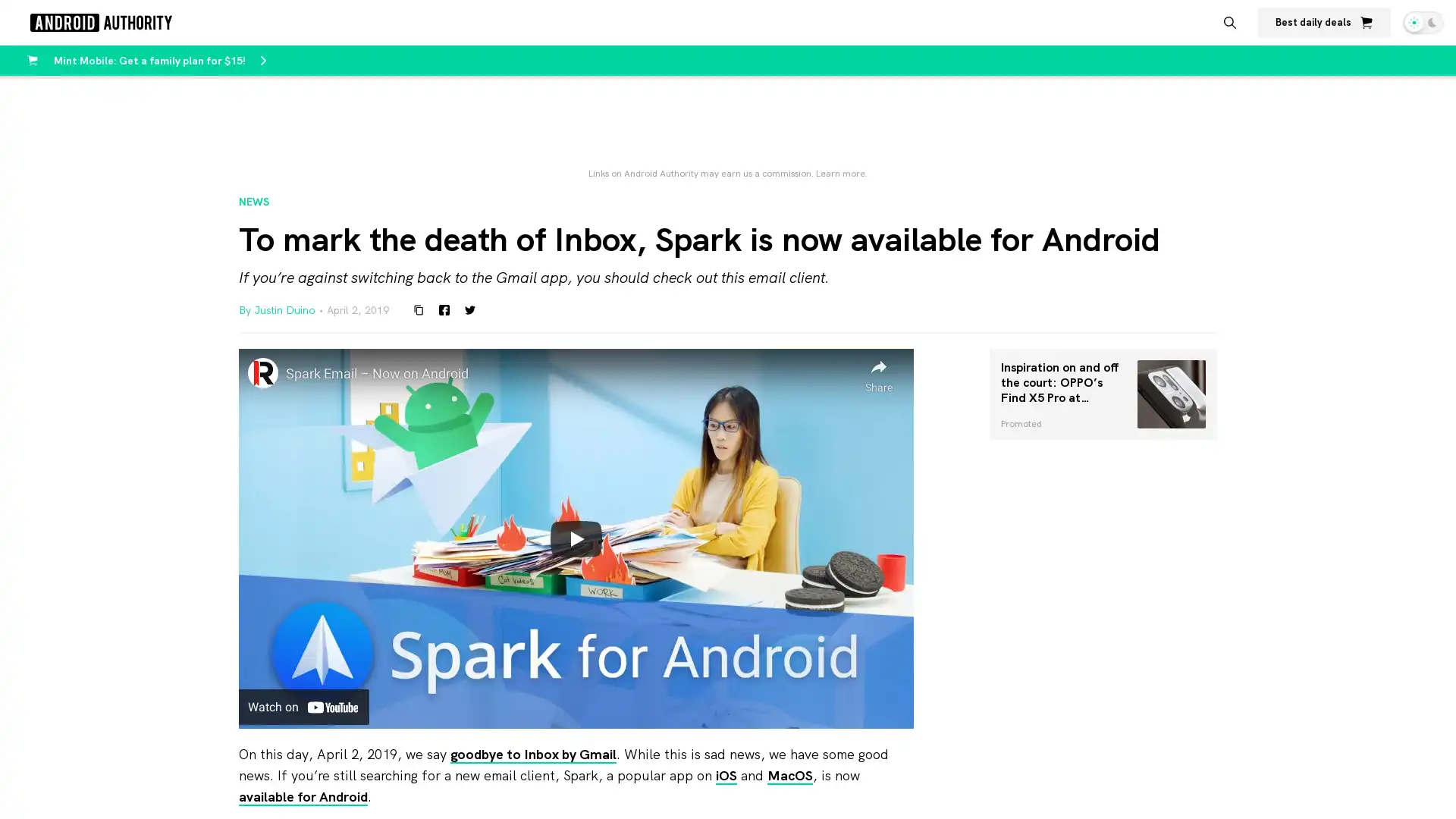 The image size is (1456, 819). What do you see at coordinates (1422, 22) in the screenshot?
I see `Switch theme` at bounding box center [1422, 22].